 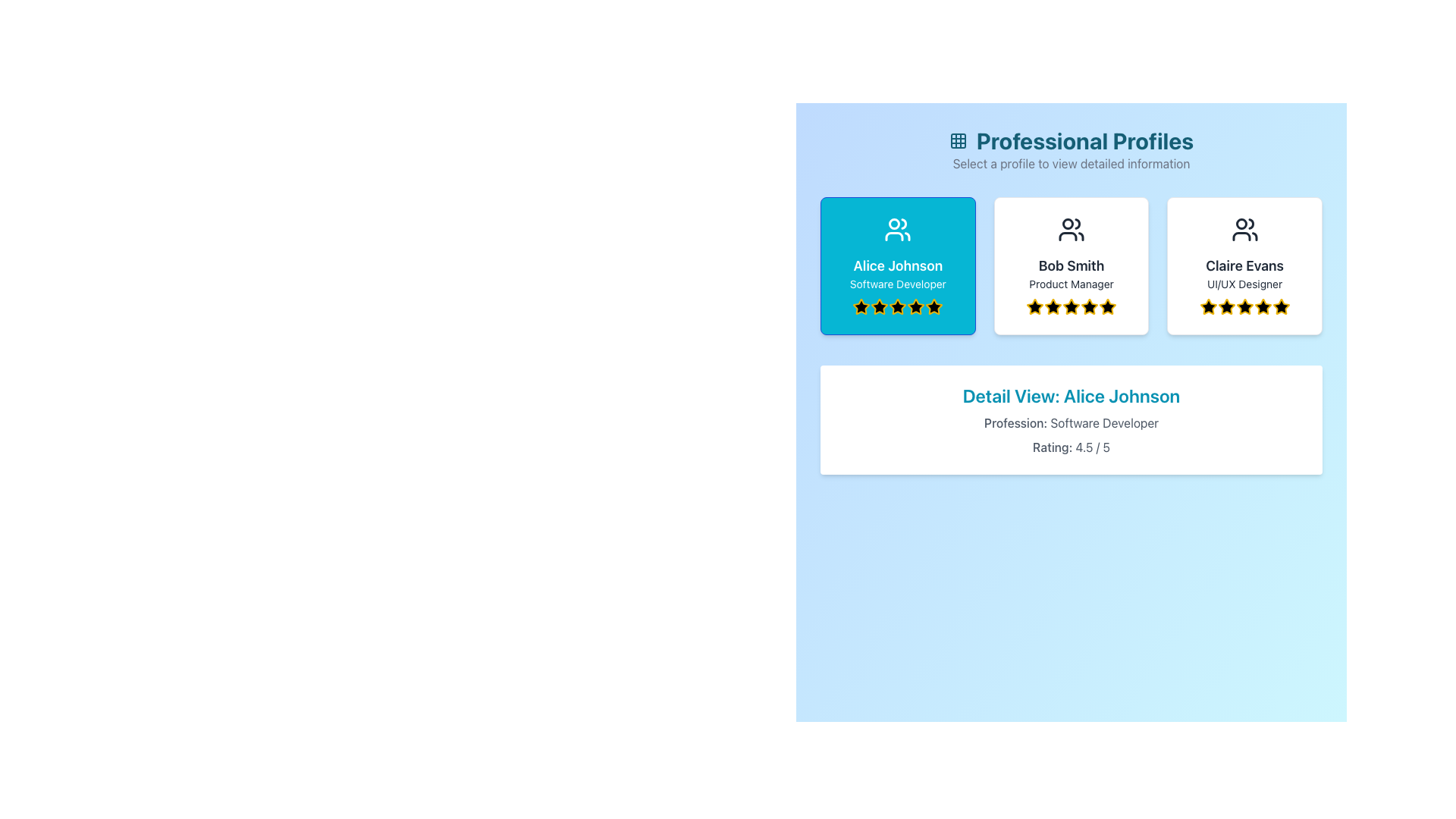 What do you see at coordinates (1070, 265) in the screenshot?
I see `the second card component in the responsive grid layout` at bounding box center [1070, 265].